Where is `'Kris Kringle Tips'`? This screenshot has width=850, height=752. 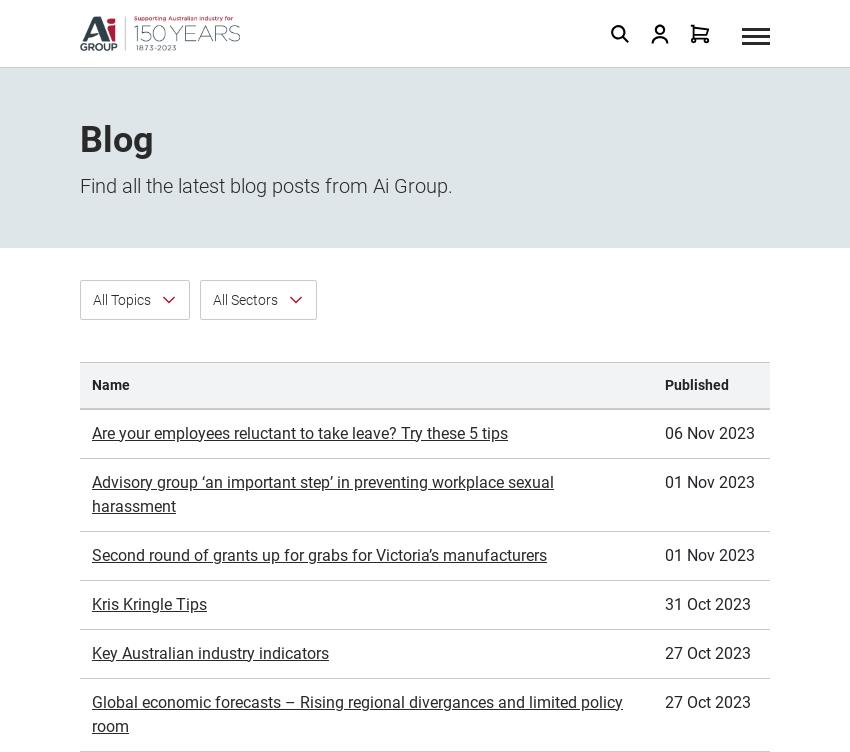 'Kris Kringle Tips' is located at coordinates (149, 380).